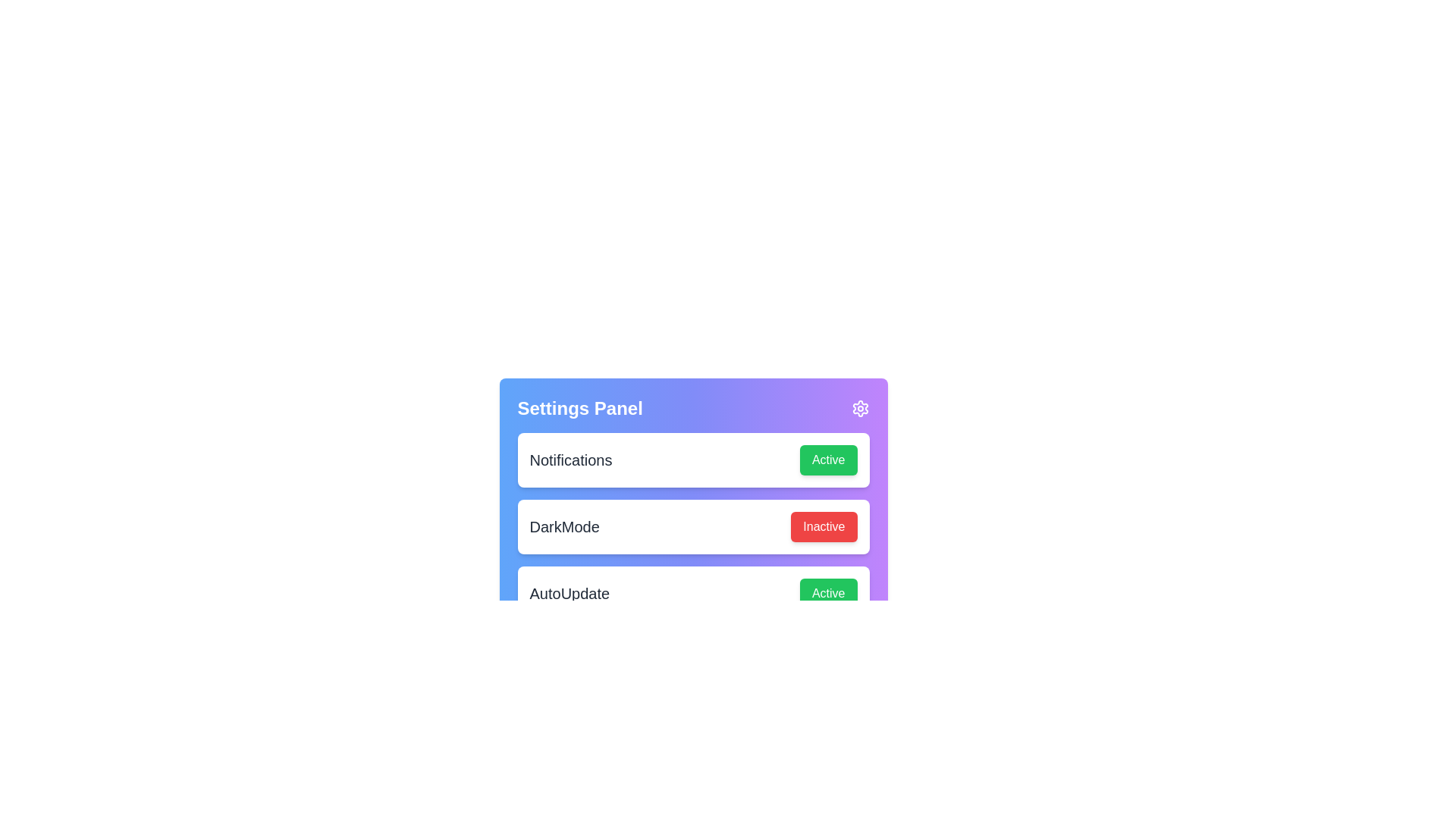  What do you see at coordinates (827, 459) in the screenshot?
I see `the button labeled Active (Notifications) to observe its hover effect` at bounding box center [827, 459].